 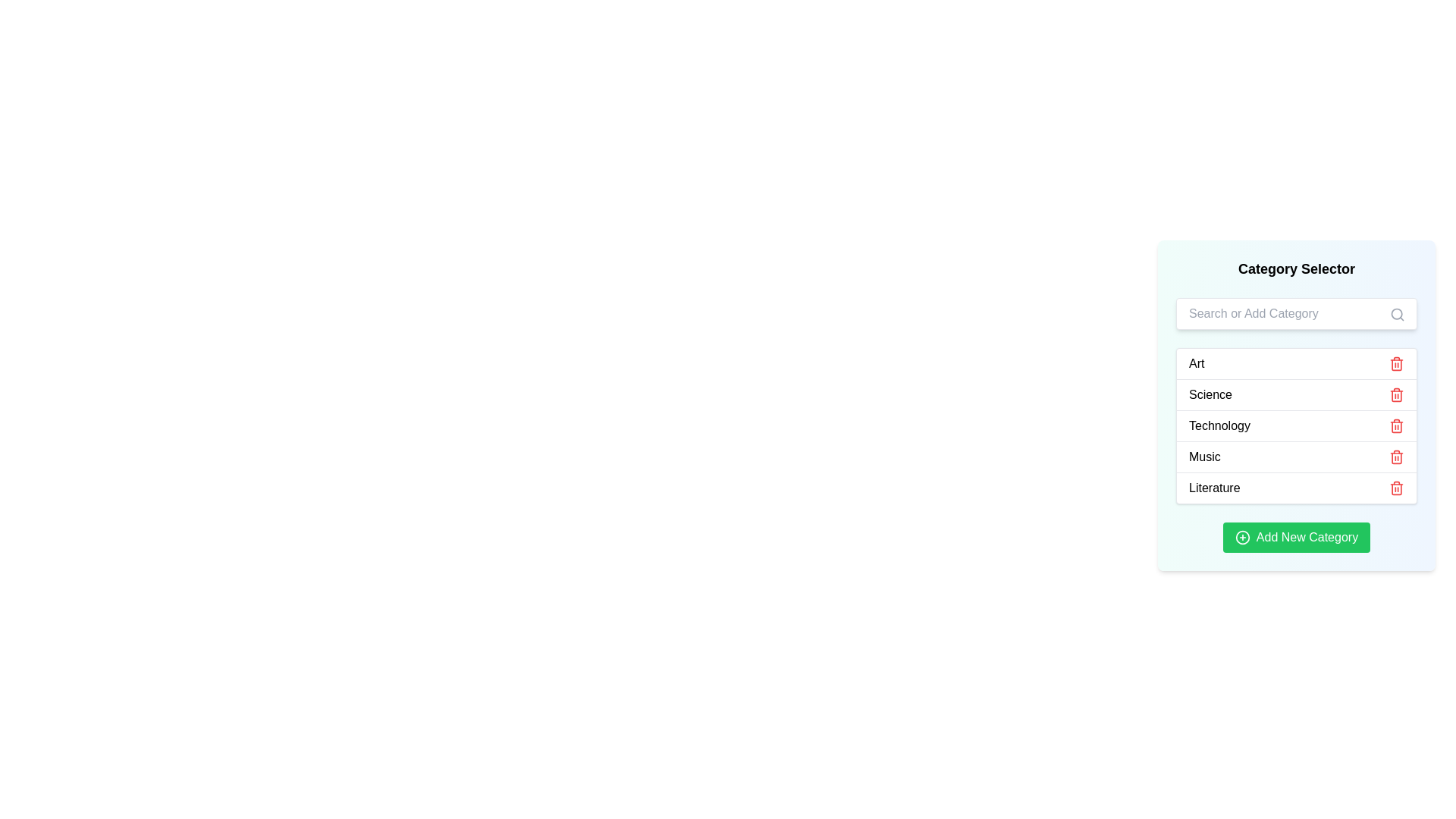 What do you see at coordinates (1396, 456) in the screenshot?
I see `the red trash can icon button located to the right of the 'Music' entry in the list` at bounding box center [1396, 456].